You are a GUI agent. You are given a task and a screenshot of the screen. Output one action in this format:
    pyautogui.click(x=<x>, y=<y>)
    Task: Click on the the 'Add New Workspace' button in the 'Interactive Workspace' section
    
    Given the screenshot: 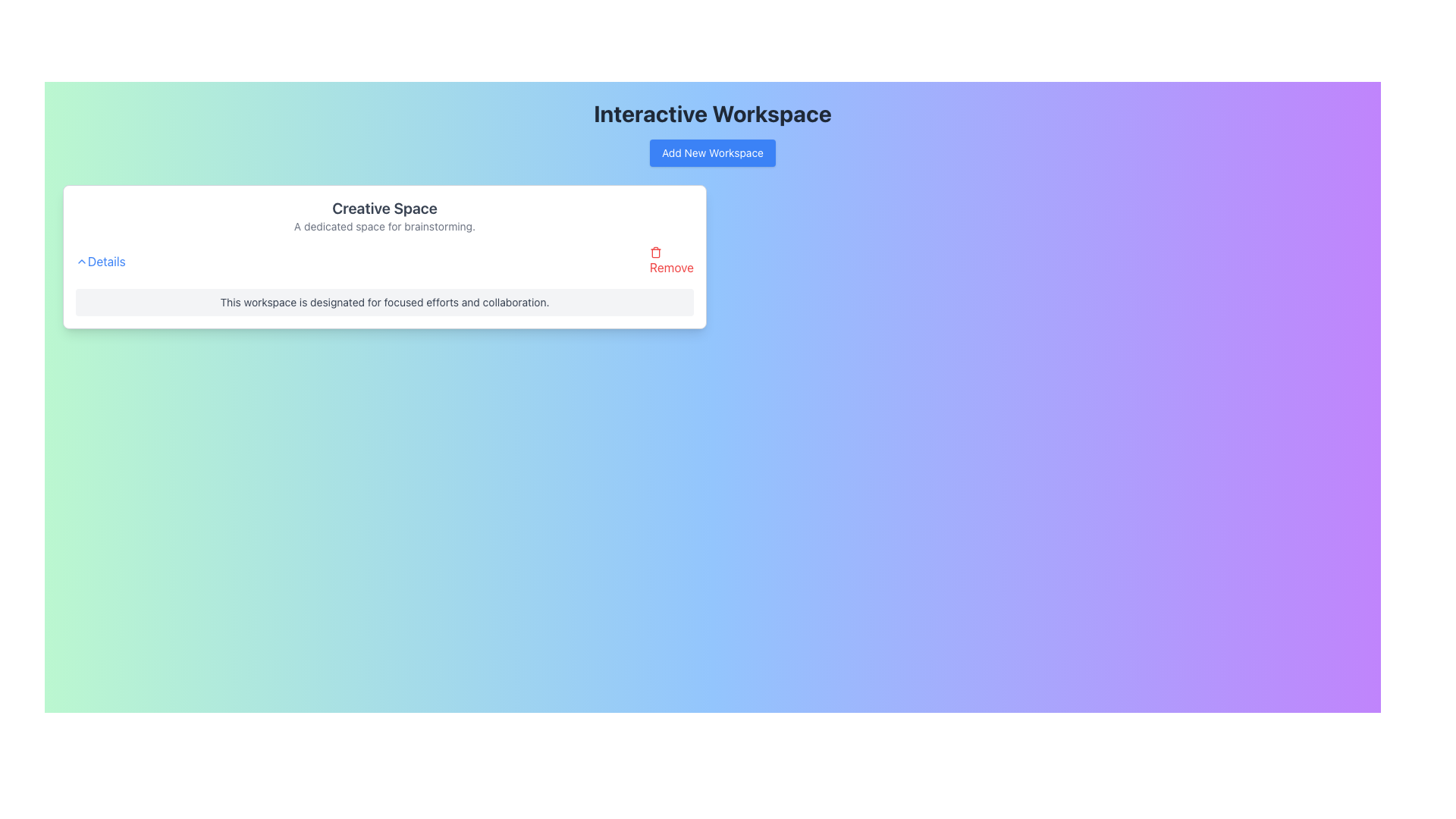 What is the action you would take?
    pyautogui.click(x=712, y=133)
    